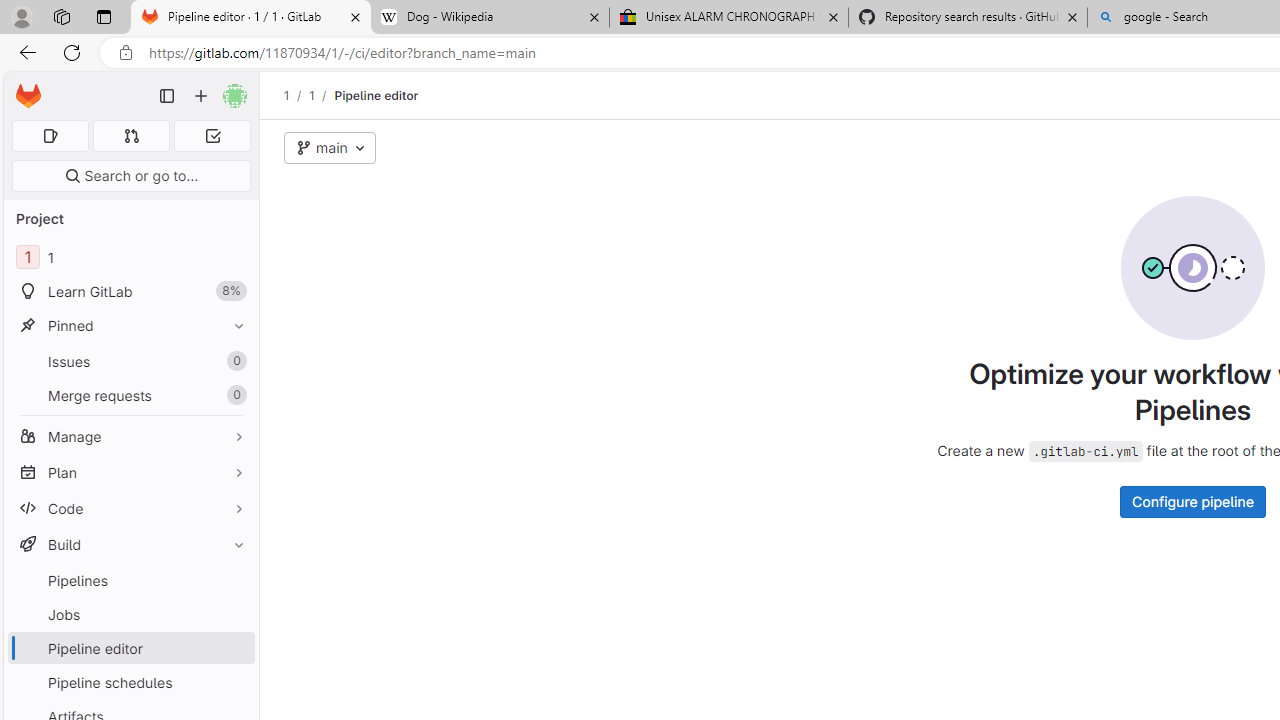  What do you see at coordinates (130, 395) in the screenshot?
I see `'Merge requests0'` at bounding box center [130, 395].